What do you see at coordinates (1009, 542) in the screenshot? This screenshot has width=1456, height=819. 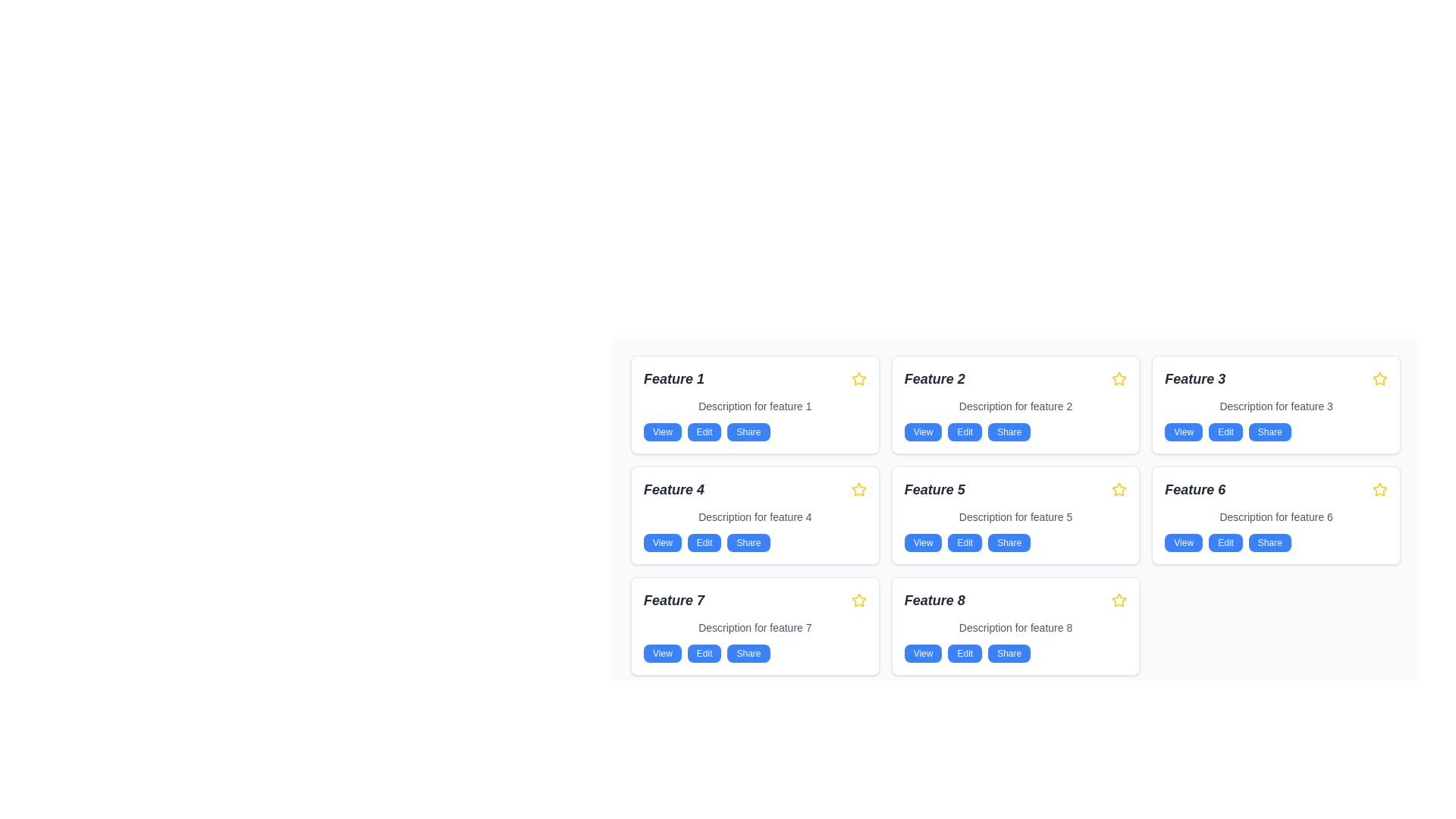 I see `the 'Share' button, which is a blue button with white text` at bounding box center [1009, 542].